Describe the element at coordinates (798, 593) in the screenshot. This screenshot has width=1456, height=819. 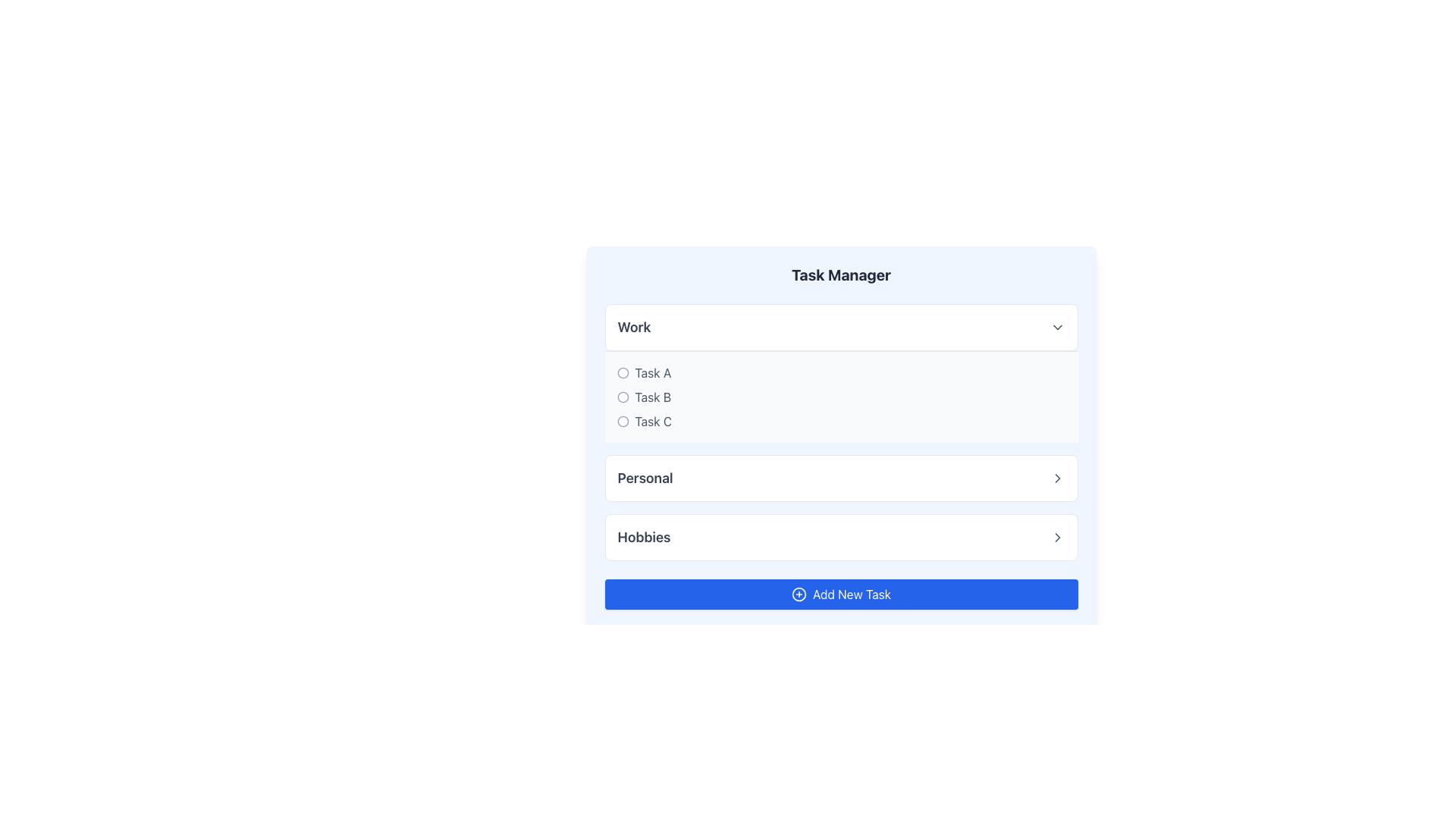
I see `the SVG circle that signifies the location for interaction with the 'Add New Task' button at the bottom of the interface` at that location.